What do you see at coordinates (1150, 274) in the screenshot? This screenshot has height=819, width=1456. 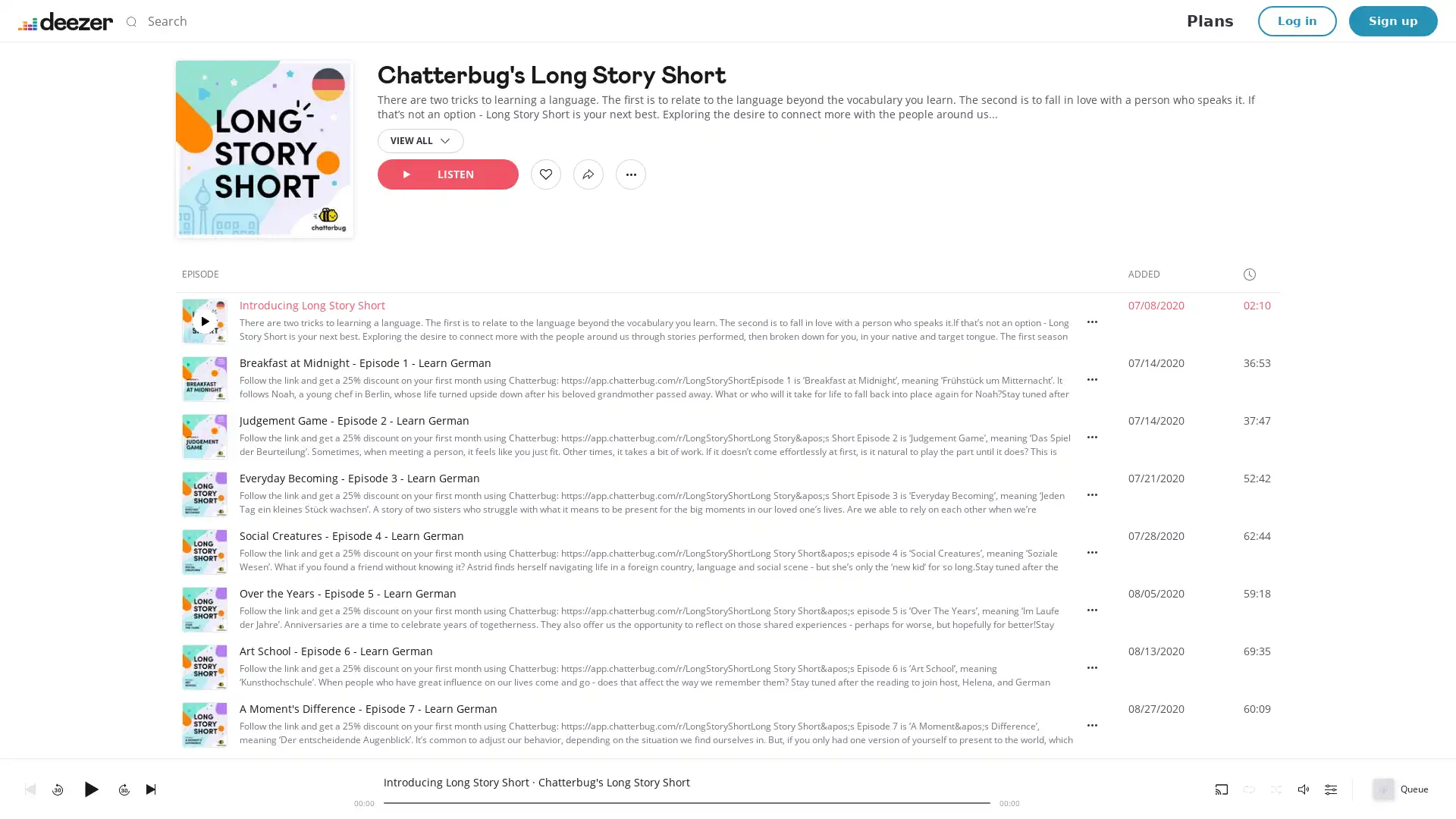 I see `ADDED` at bounding box center [1150, 274].